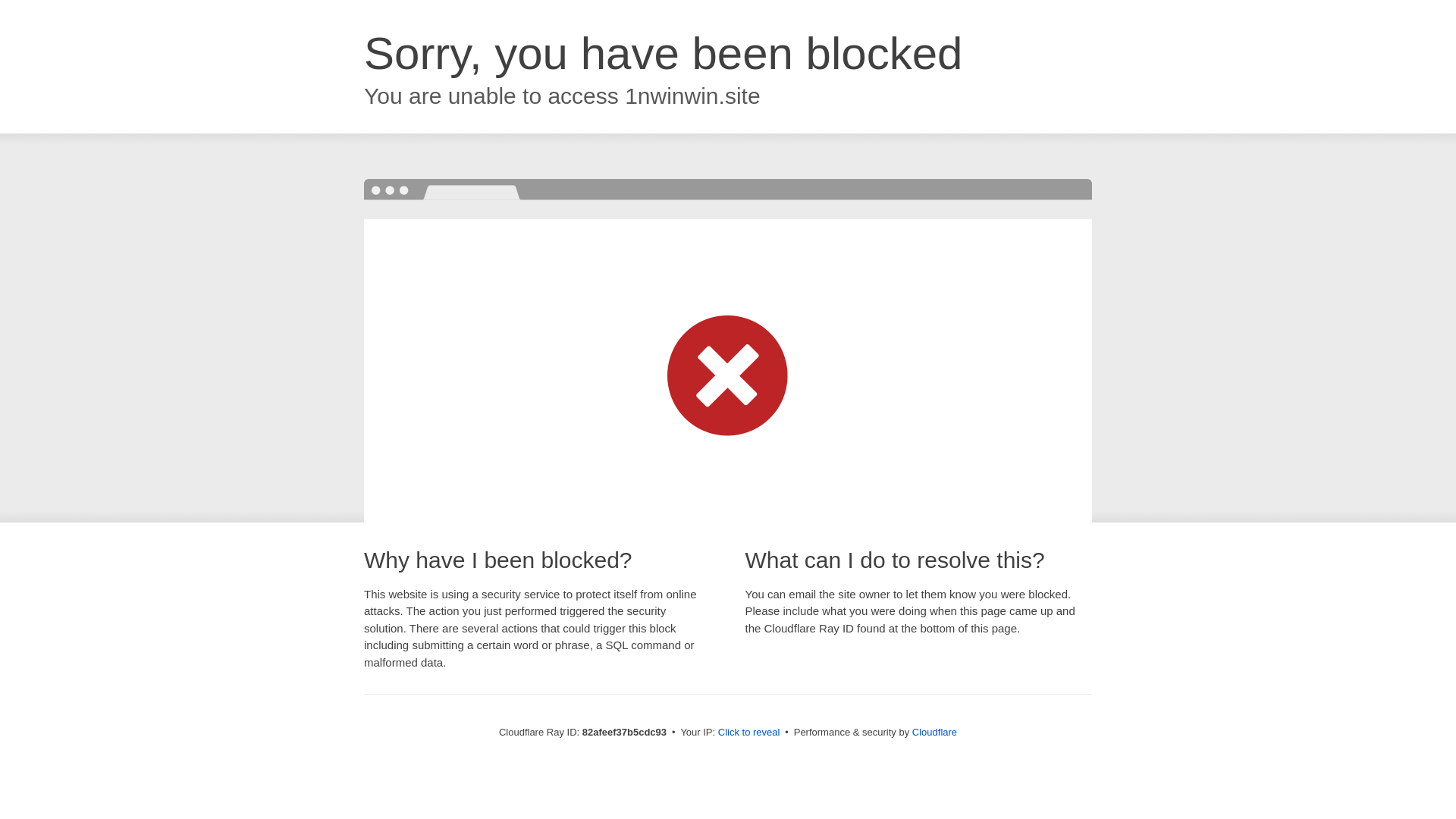  What do you see at coordinates (934, 731) in the screenshot?
I see `'Cloudflare'` at bounding box center [934, 731].